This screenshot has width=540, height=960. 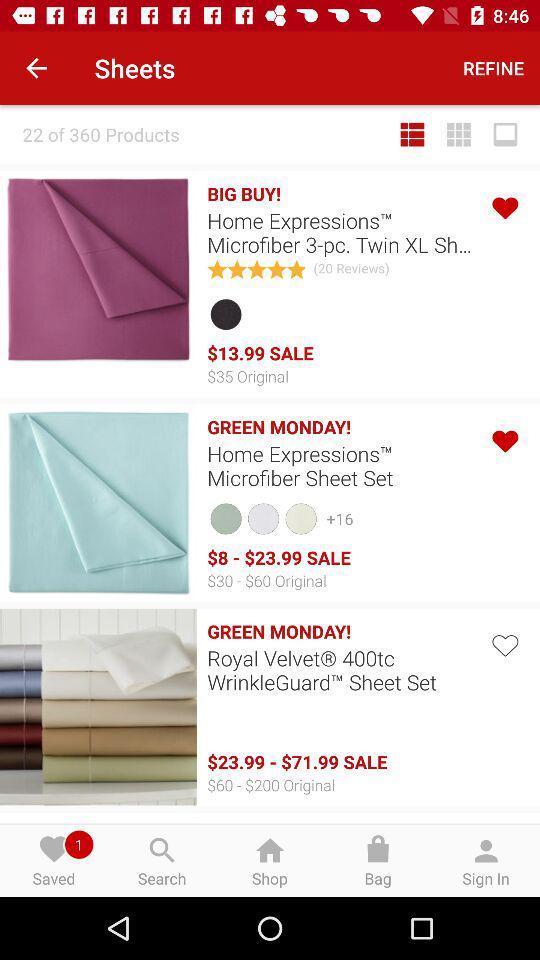 What do you see at coordinates (459, 133) in the screenshot?
I see `the item below the refine icon` at bounding box center [459, 133].